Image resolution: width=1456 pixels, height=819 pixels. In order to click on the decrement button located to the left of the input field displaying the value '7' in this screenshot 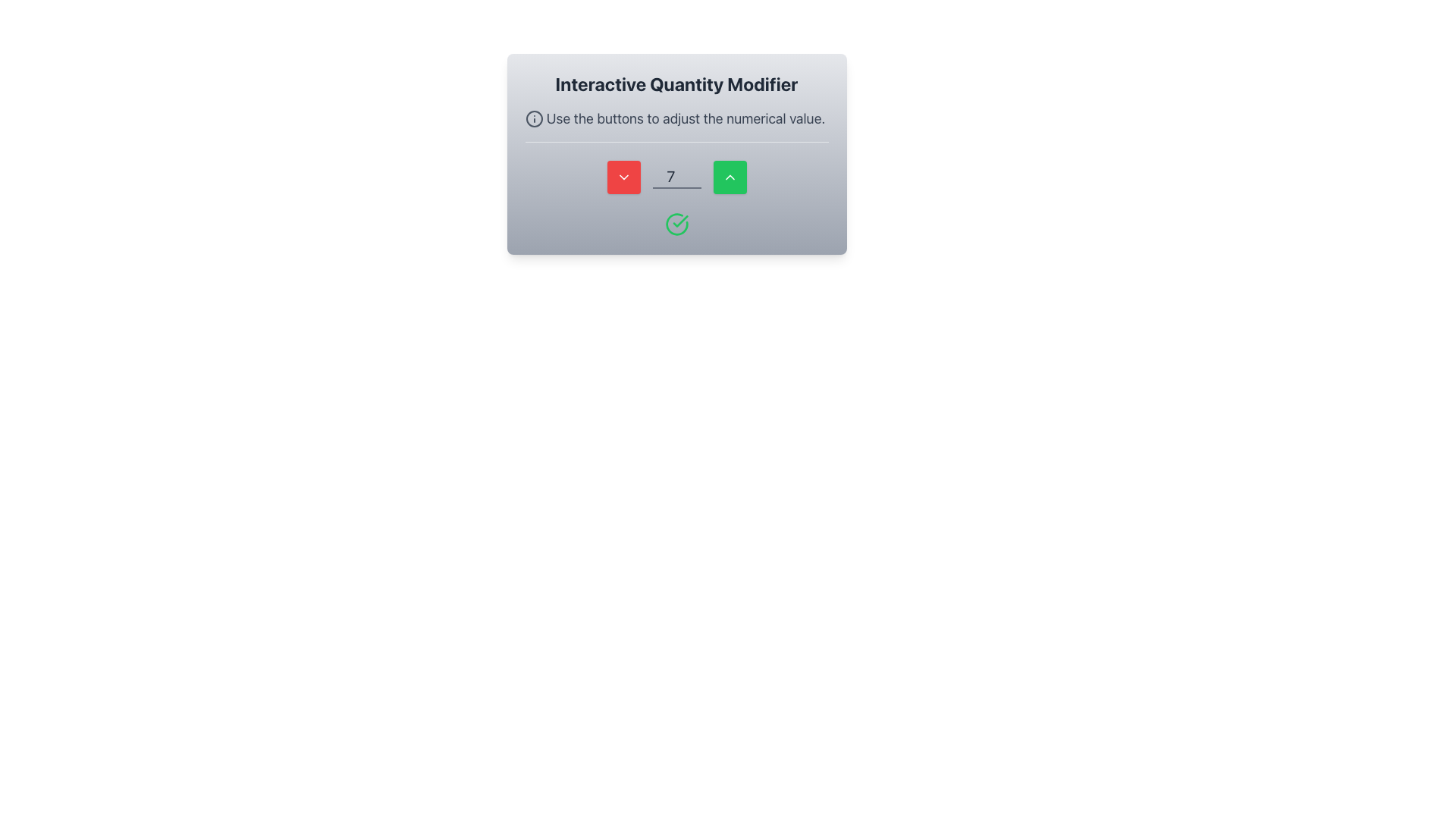, I will do `click(623, 177)`.